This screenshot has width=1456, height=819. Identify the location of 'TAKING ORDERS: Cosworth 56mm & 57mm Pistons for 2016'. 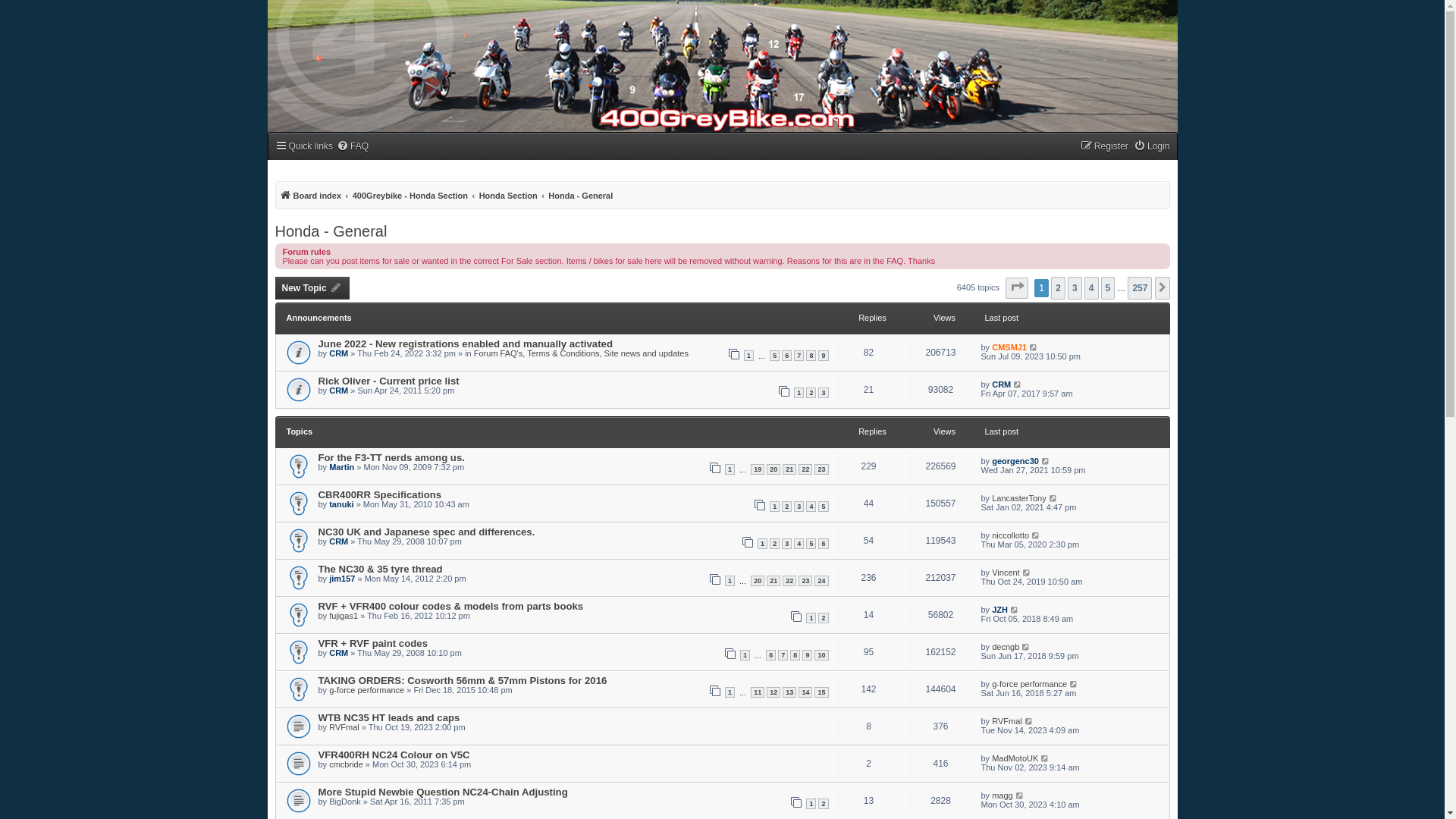
(318, 679).